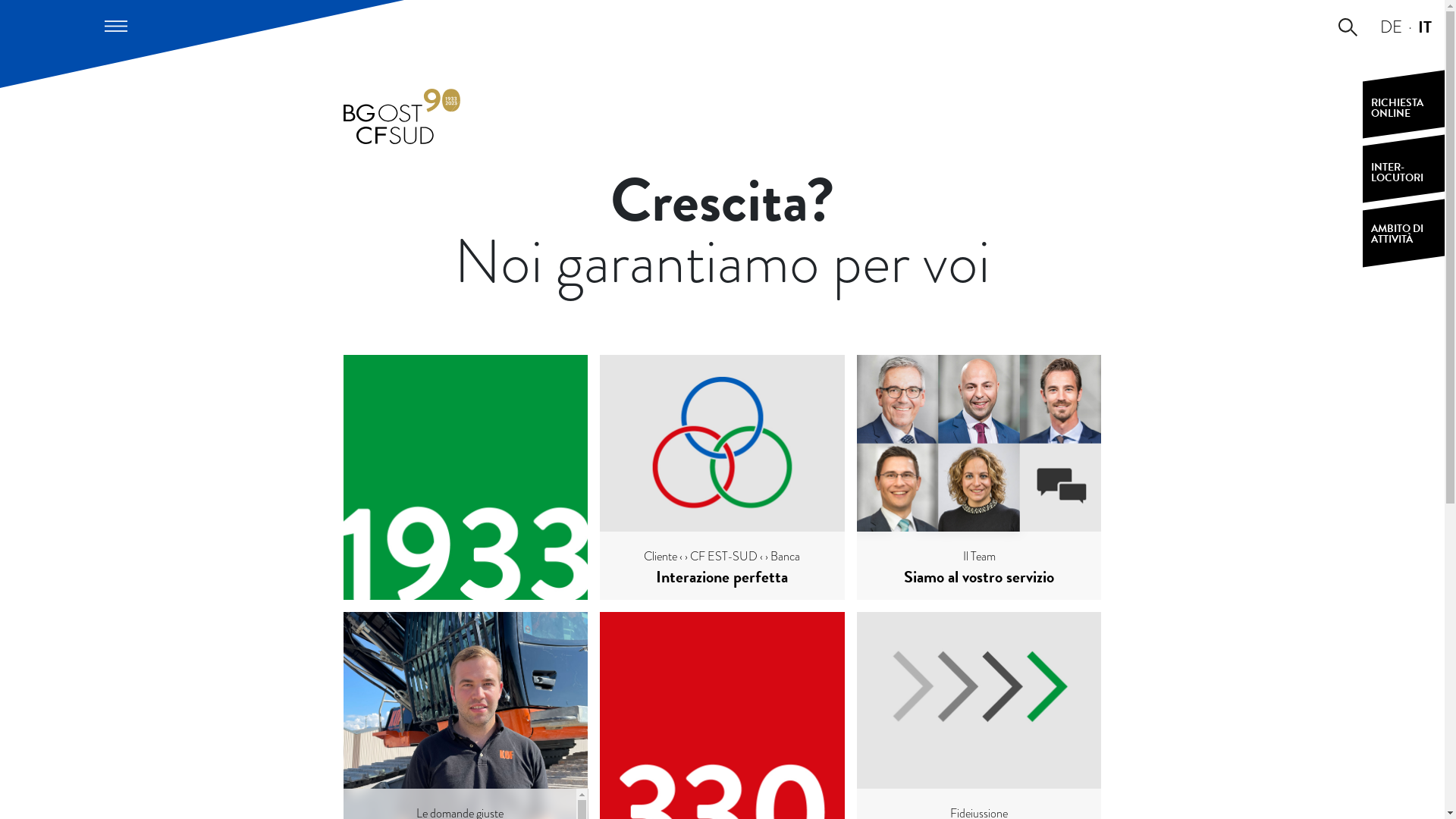 This screenshot has height=819, width=1456. I want to click on 'RICHIESTA ONLINE', so click(1362, 103).